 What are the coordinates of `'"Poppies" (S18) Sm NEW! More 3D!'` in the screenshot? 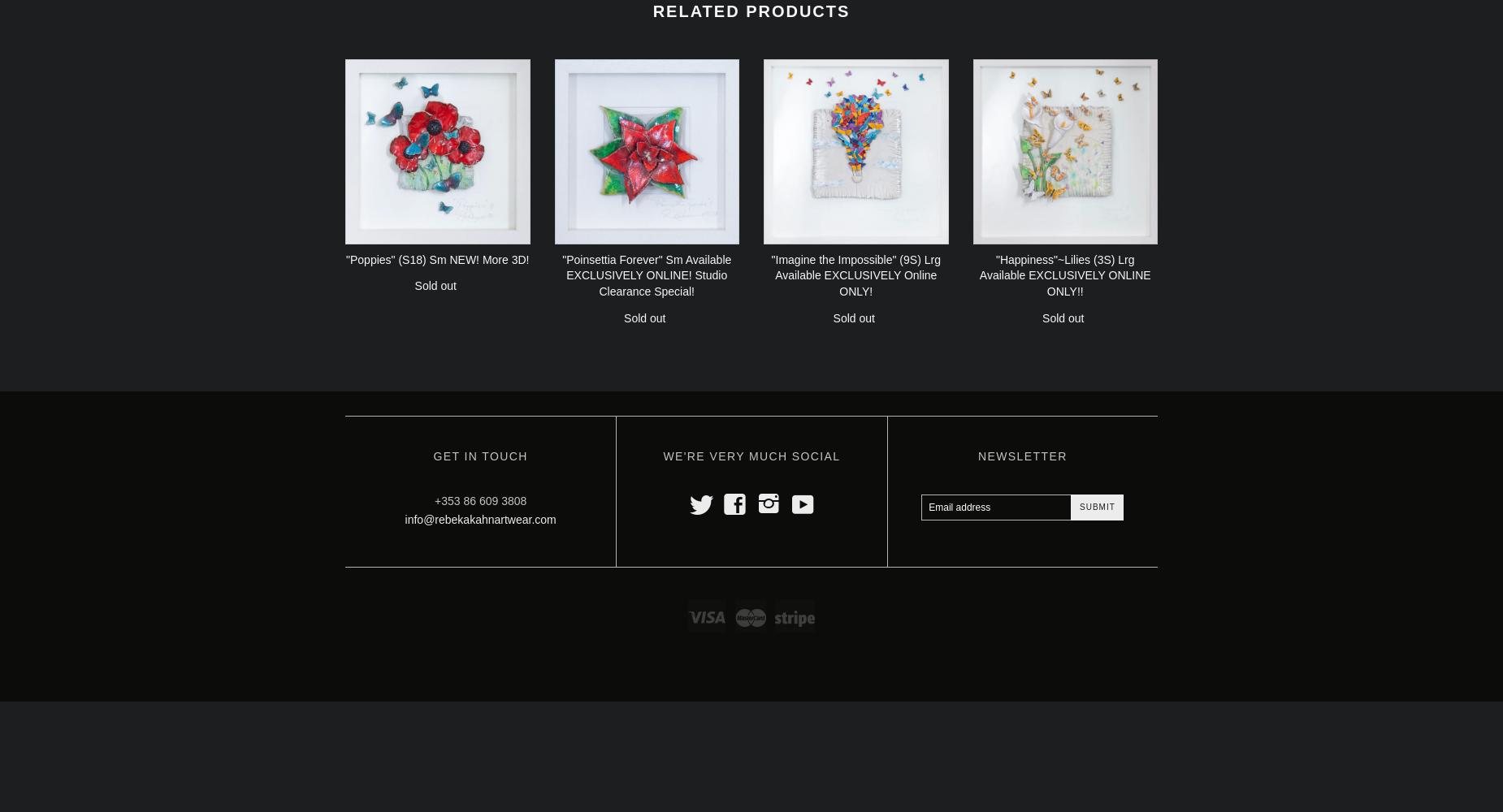 It's located at (437, 258).